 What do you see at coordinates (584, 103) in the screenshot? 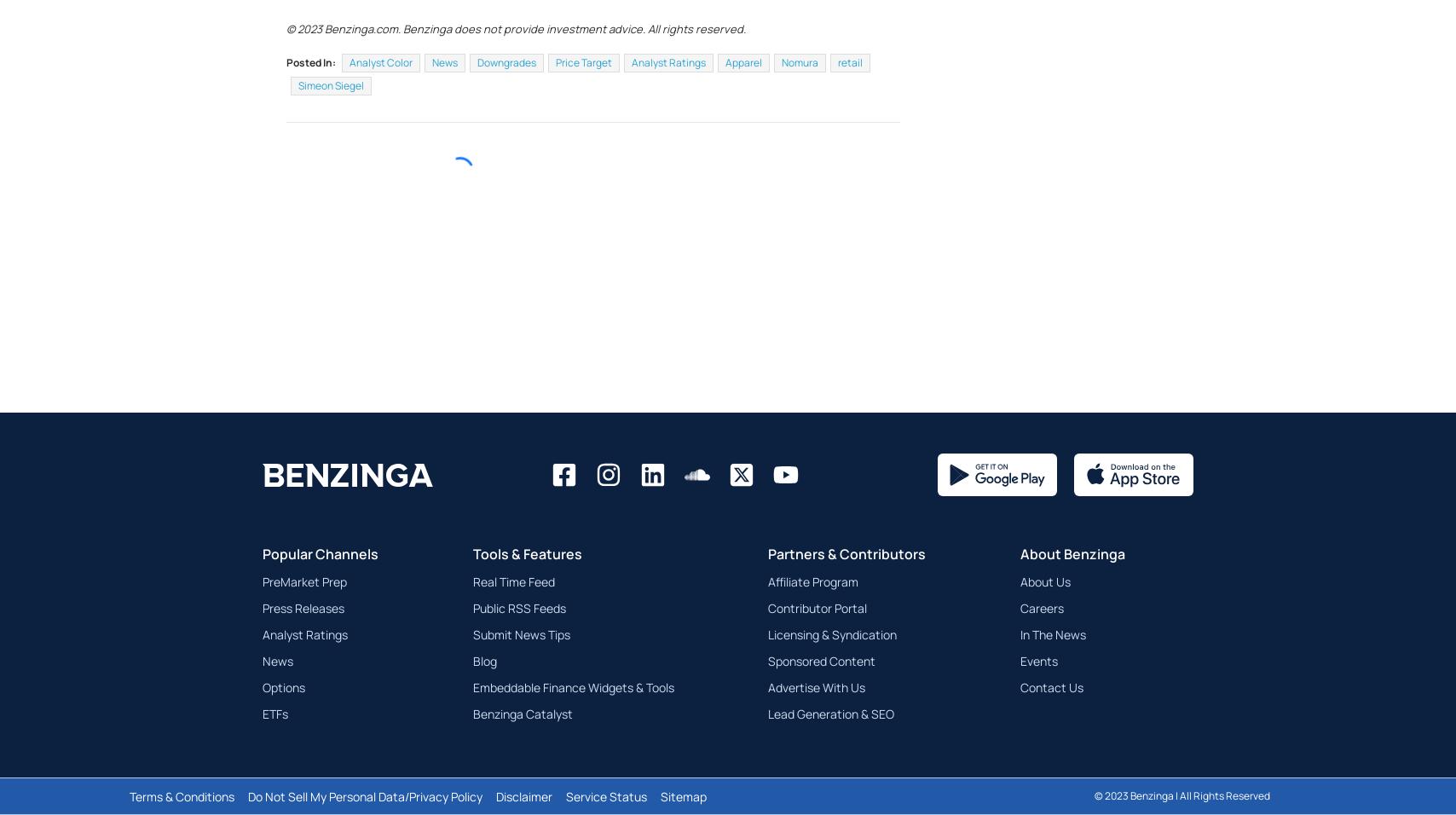
I see `'Price Target'` at bounding box center [584, 103].